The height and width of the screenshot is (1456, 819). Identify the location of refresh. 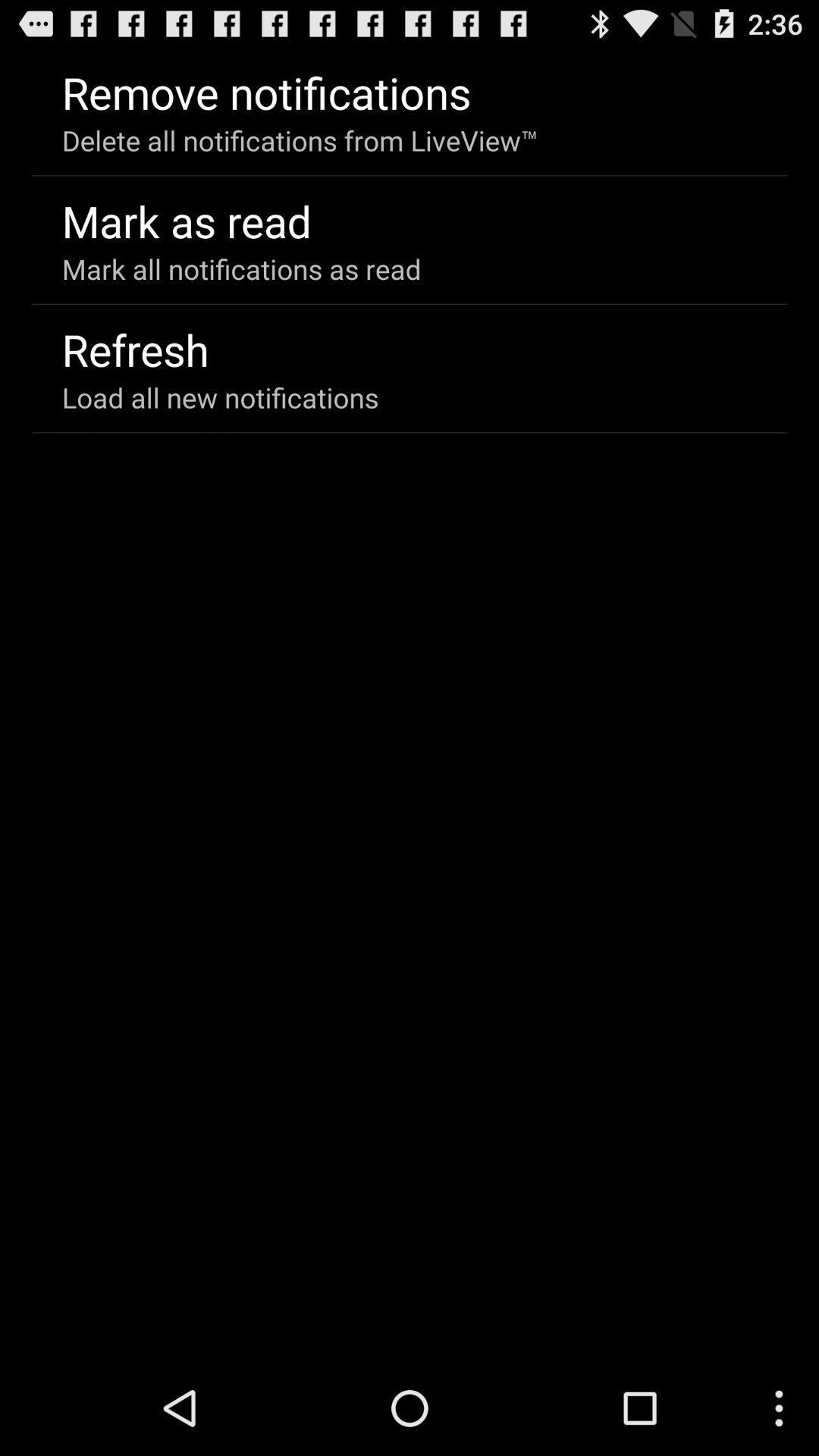
(134, 348).